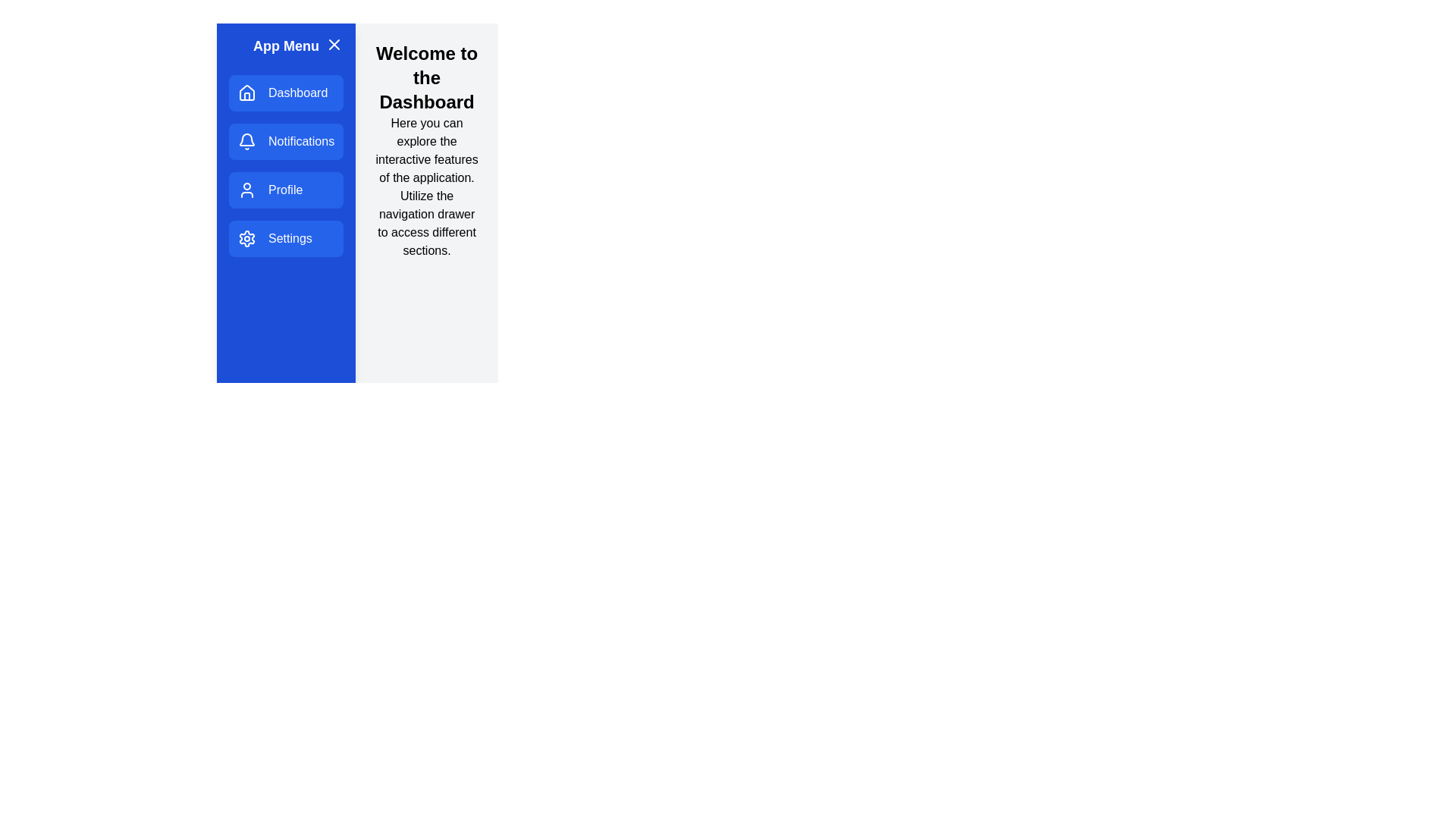  Describe the element at coordinates (334, 43) in the screenshot. I see `the 'X' icon located at the upper right corner of the 'App Menu' section` at that location.